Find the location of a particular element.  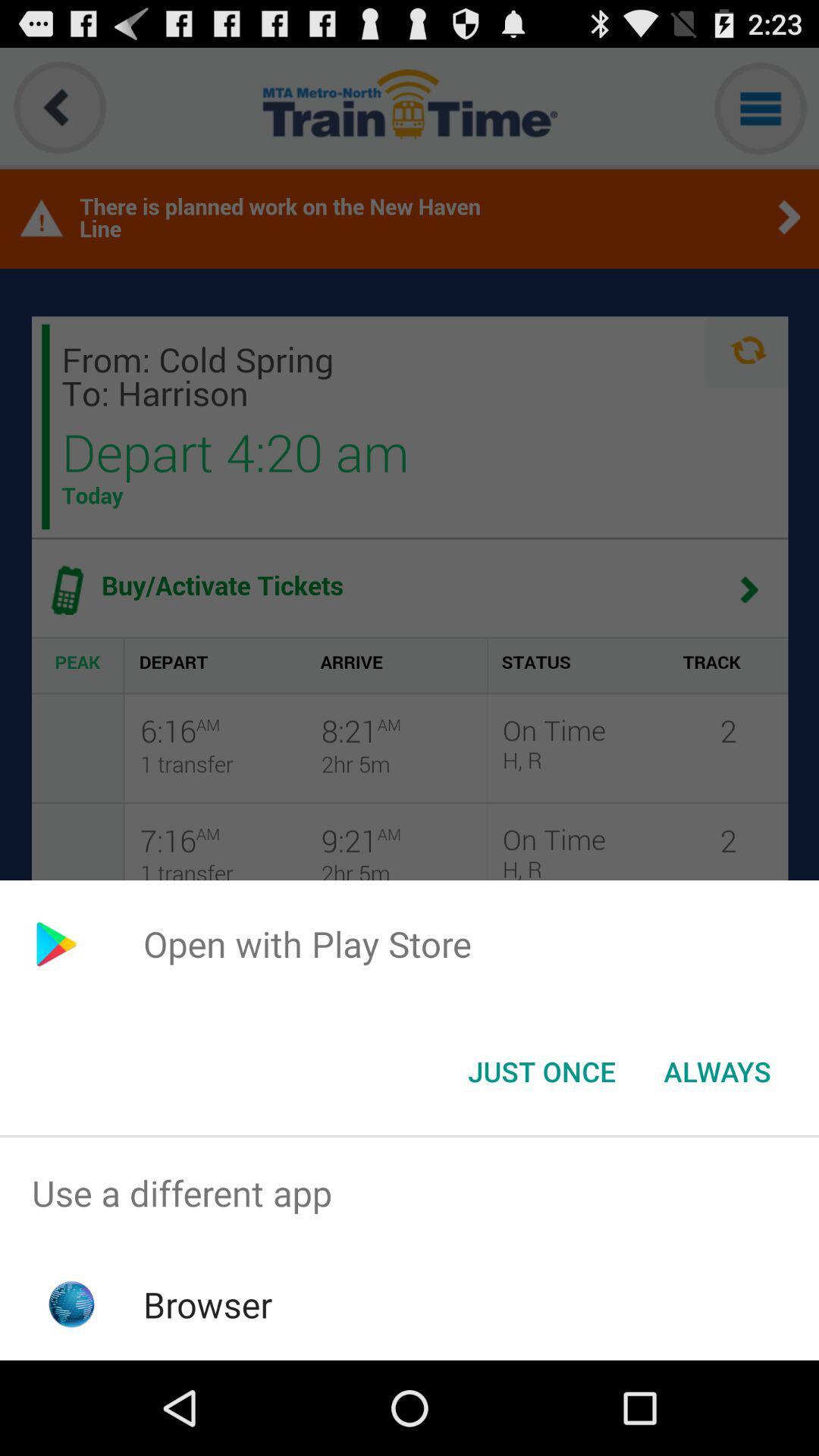

button next to always icon is located at coordinates (541, 1070).